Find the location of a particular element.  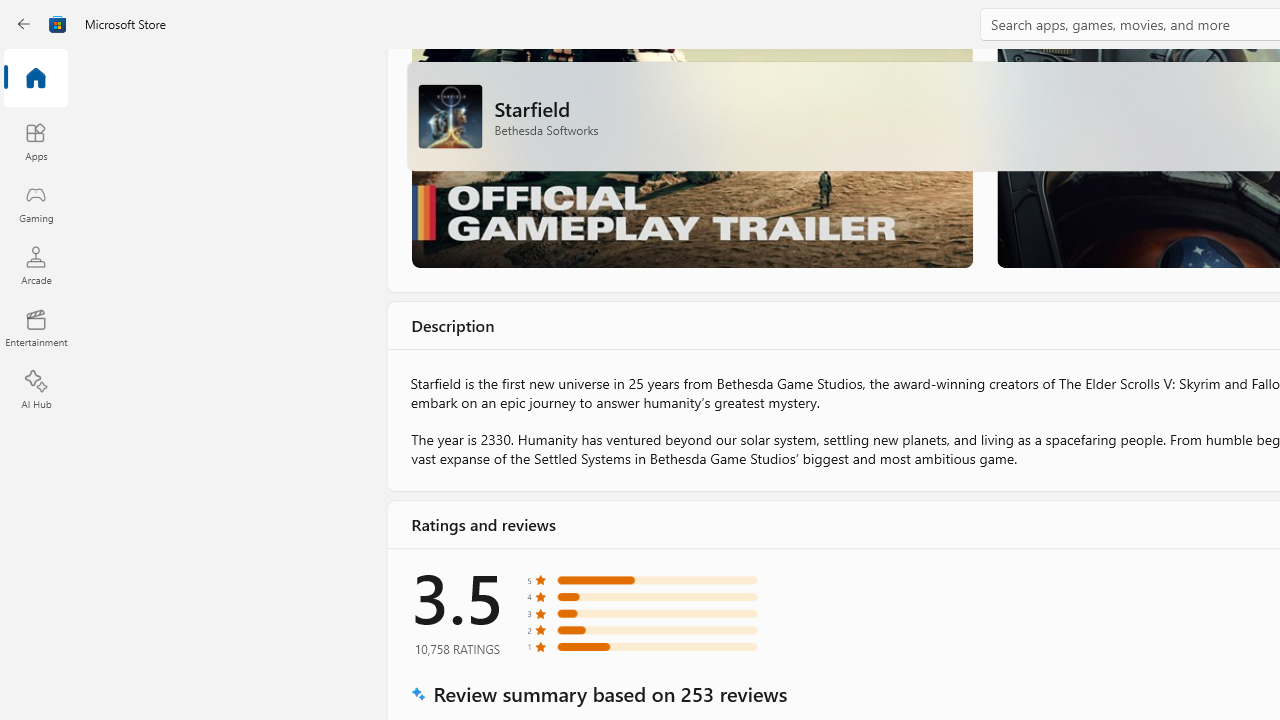

'Back' is located at coordinates (24, 24).